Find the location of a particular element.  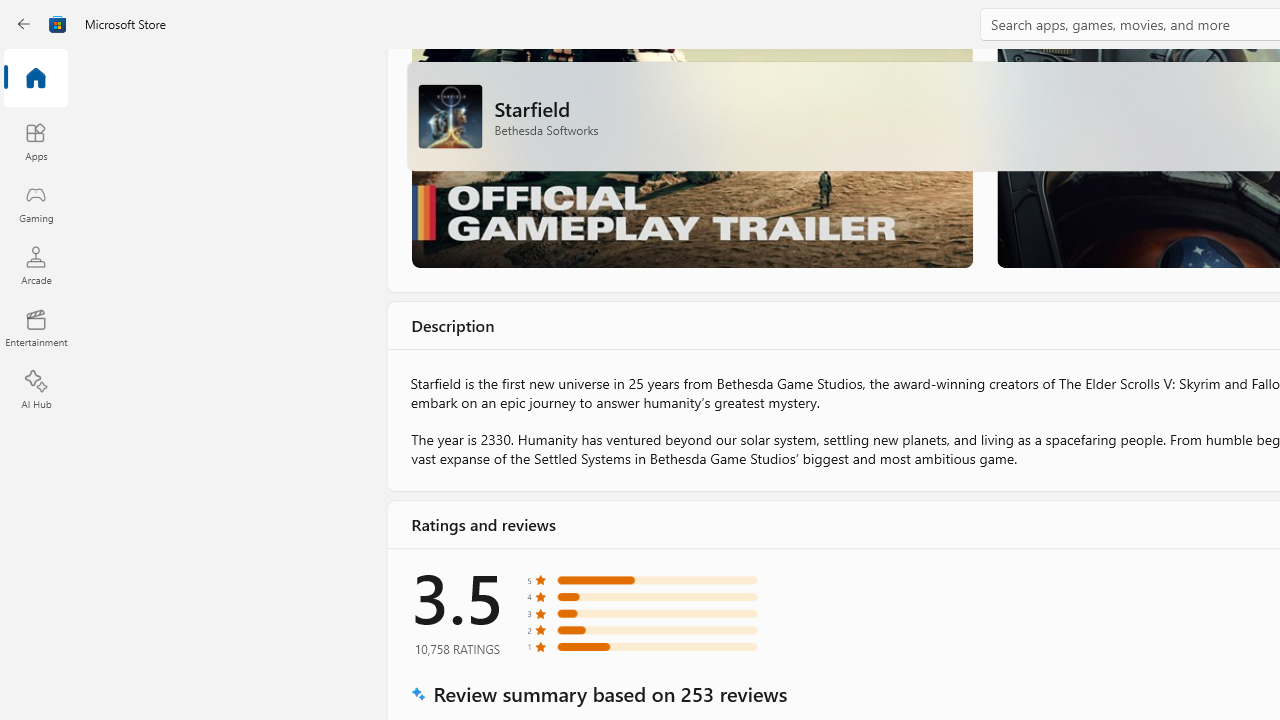

'Back' is located at coordinates (24, 24).